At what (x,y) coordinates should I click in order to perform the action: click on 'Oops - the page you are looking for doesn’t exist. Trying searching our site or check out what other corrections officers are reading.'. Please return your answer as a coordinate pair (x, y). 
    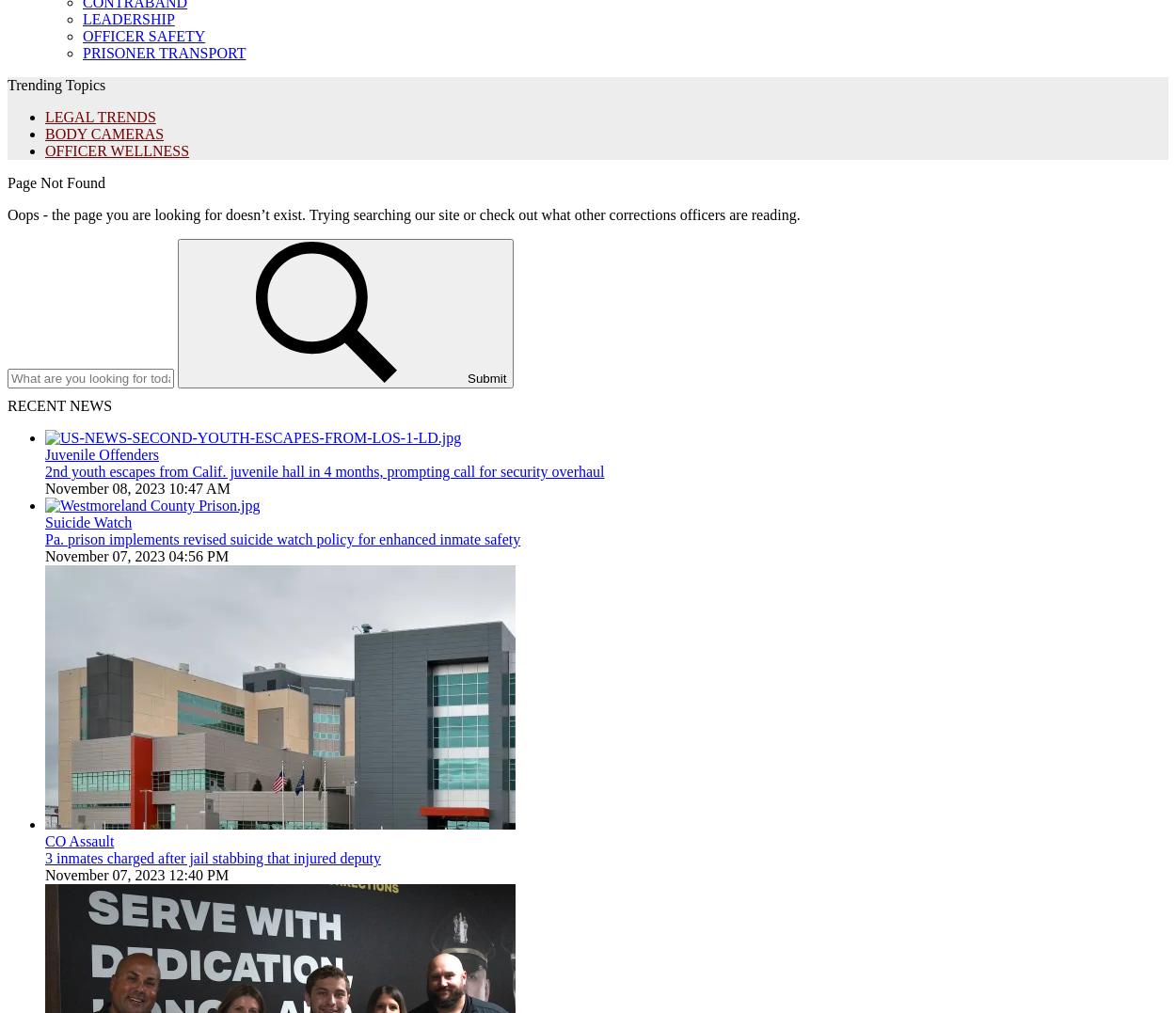
    Looking at the image, I should click on (404, 214).